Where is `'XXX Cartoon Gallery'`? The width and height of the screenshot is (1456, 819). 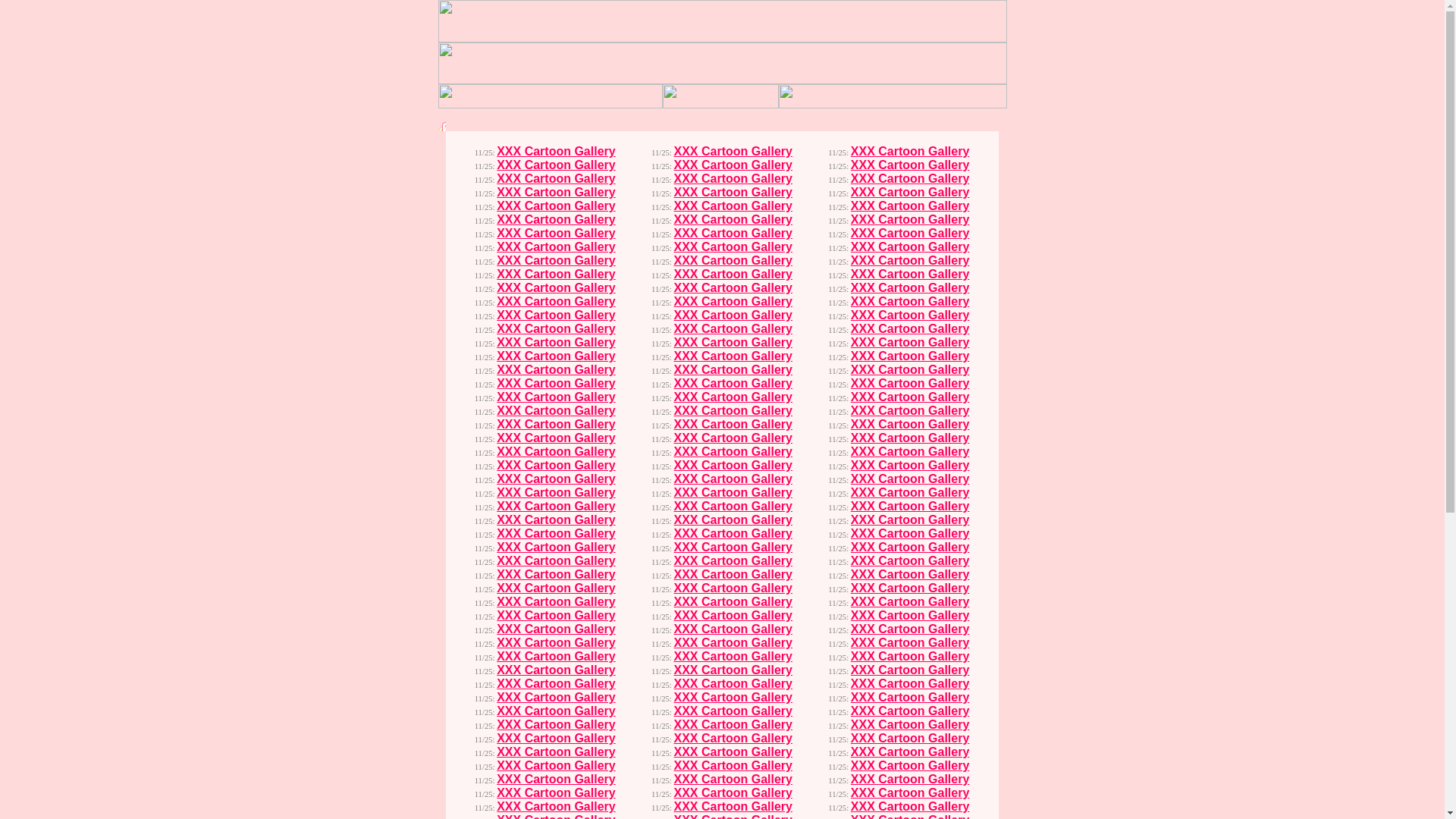
'XXX Cartoon Gallery' is located at coordinates (555, 165).